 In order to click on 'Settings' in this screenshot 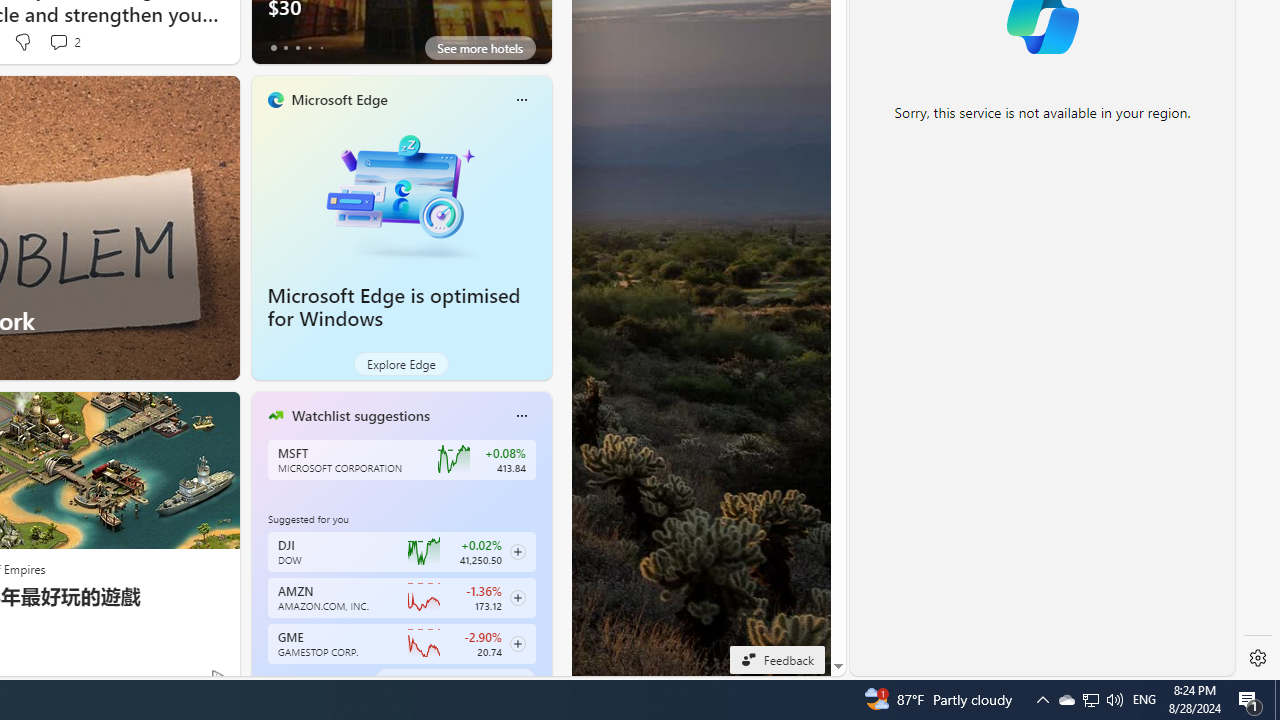, I will do `click(1257, 658)`.